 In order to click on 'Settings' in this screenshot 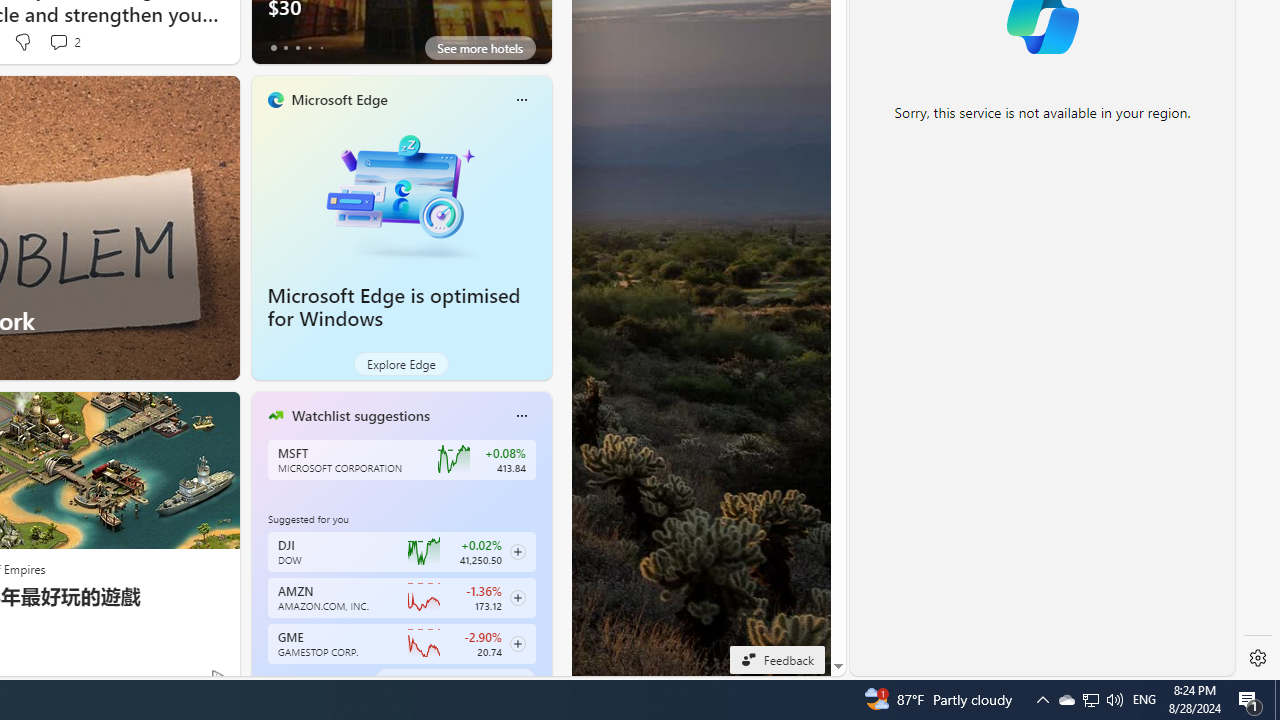, I will do `click(1257, 658)`.